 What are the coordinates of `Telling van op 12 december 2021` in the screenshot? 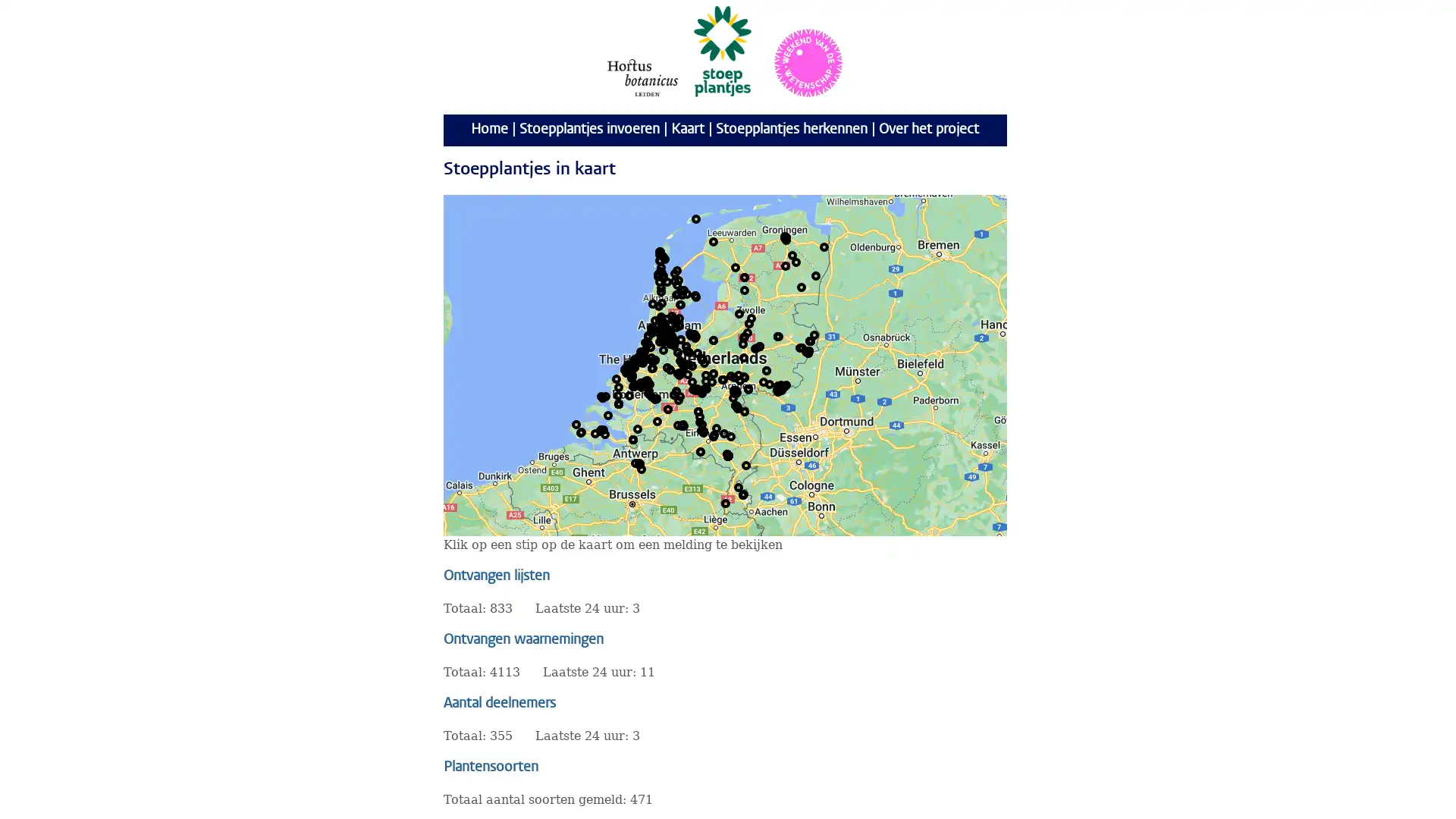 It's located at (680, 289).